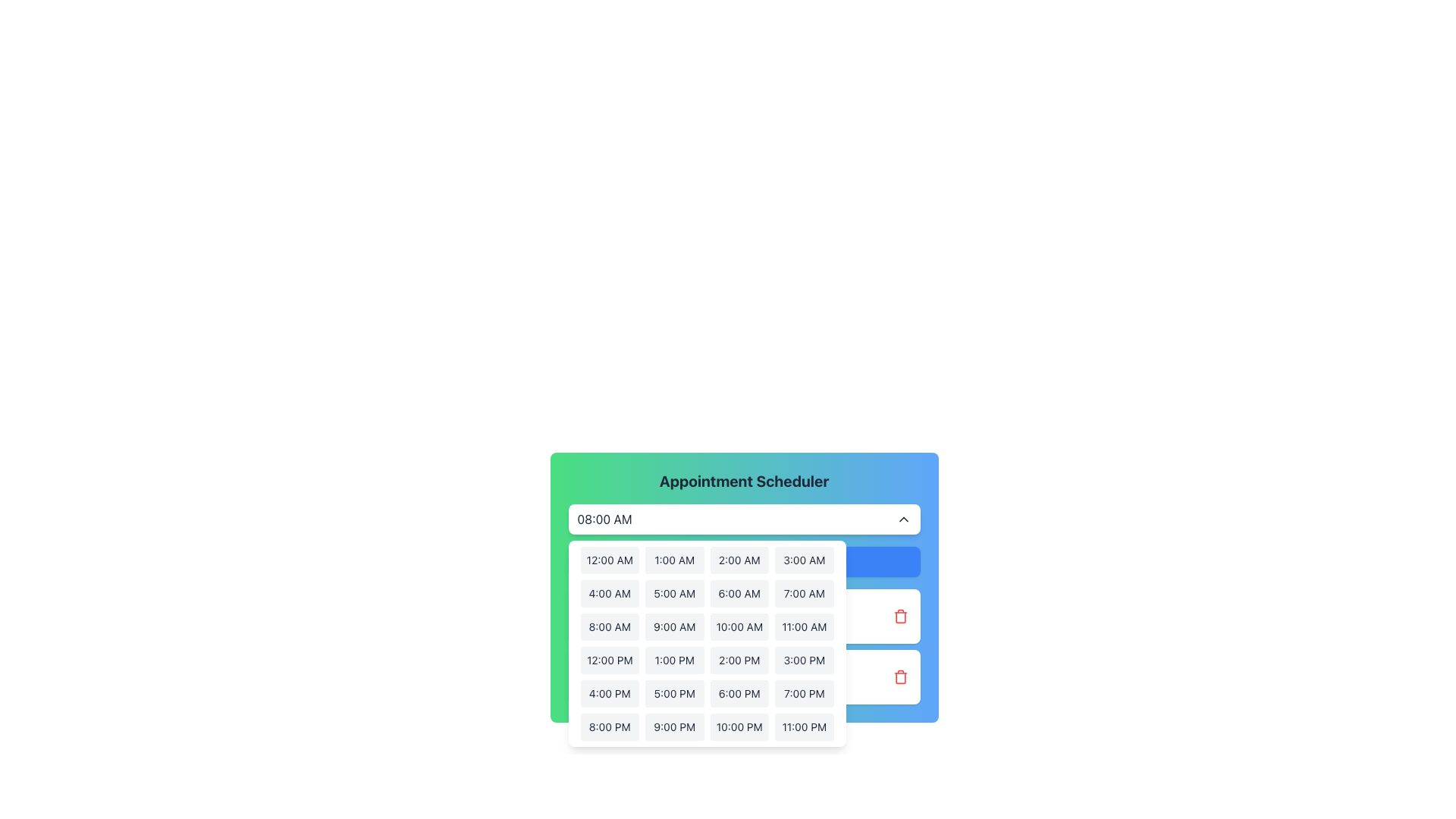 Image resolution: width=1456 pixels, height=819 pixels. What do you see at coordinates (610, 626) in the screenshot?
I see `the rectangular button labeled '8:00 AM' with a light gray background and rounded corners, located in the third row, first column of the 'Appointment Scheduler' dropdown menu` at bounding box center [610, 626].